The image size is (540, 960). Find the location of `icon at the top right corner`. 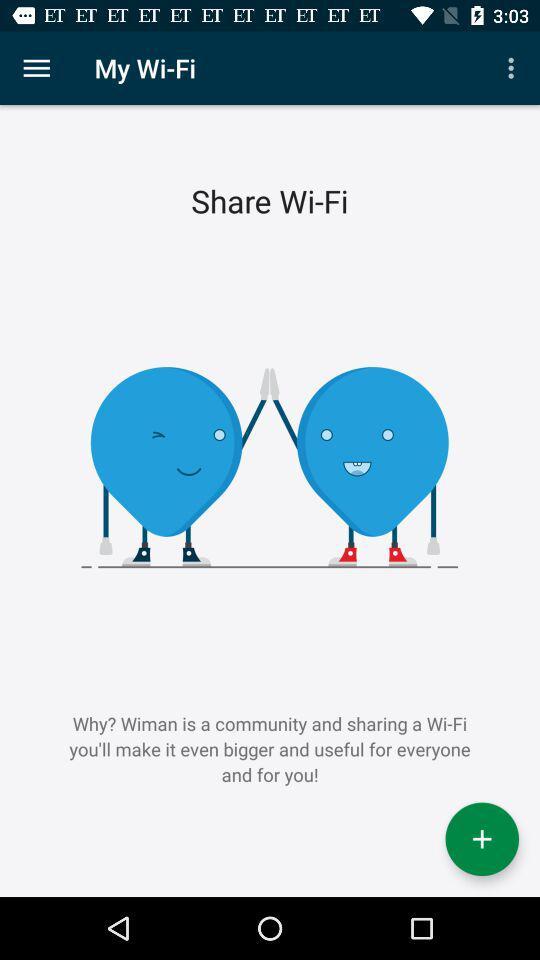

icon at the top right corner is located at coordinates (513, 68).